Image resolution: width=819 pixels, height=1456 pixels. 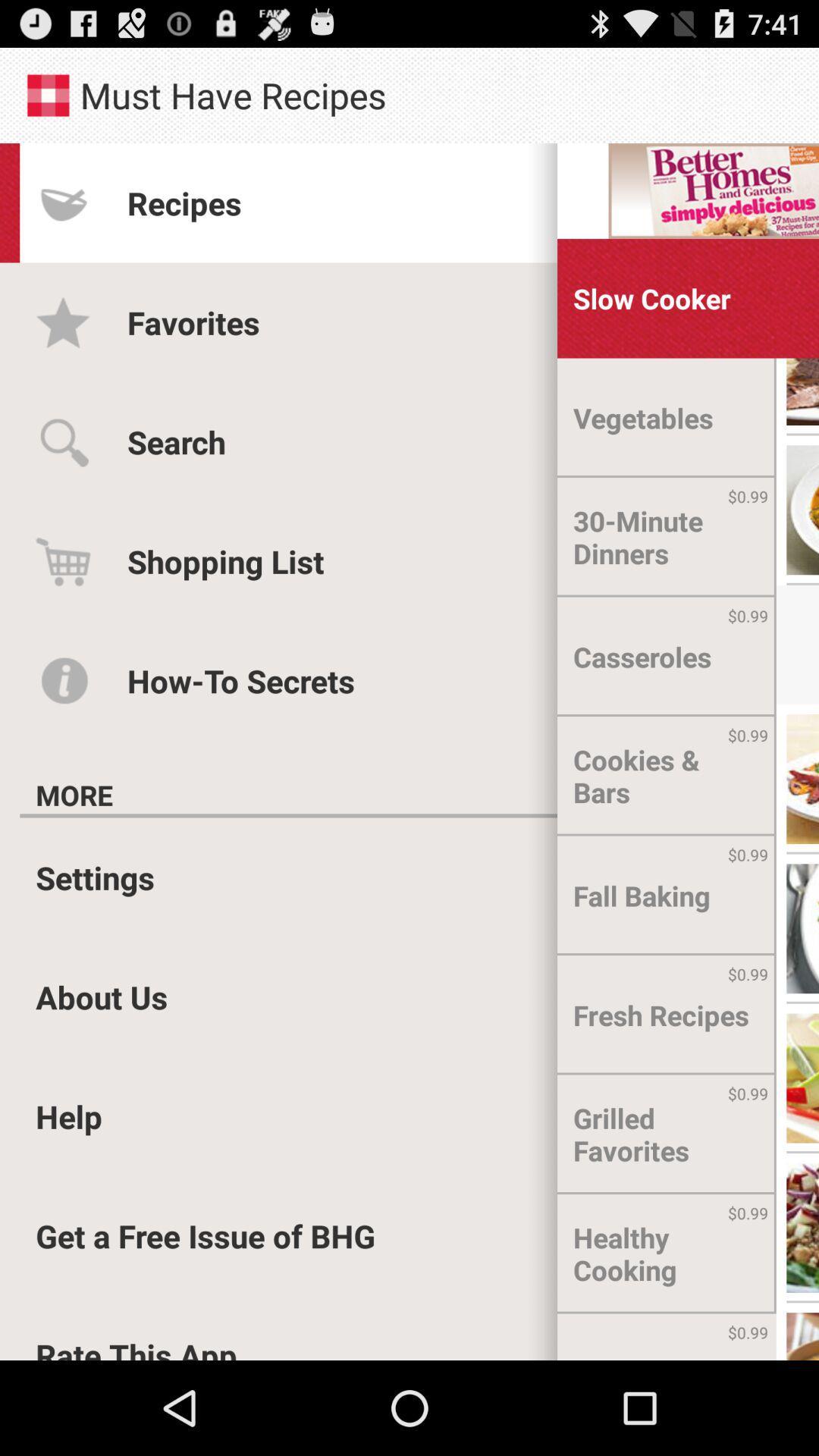 What do you see at coordinates (666, 776) in the screenshot?
I see `the cookies & bars app` at bounding box center [666, 776].